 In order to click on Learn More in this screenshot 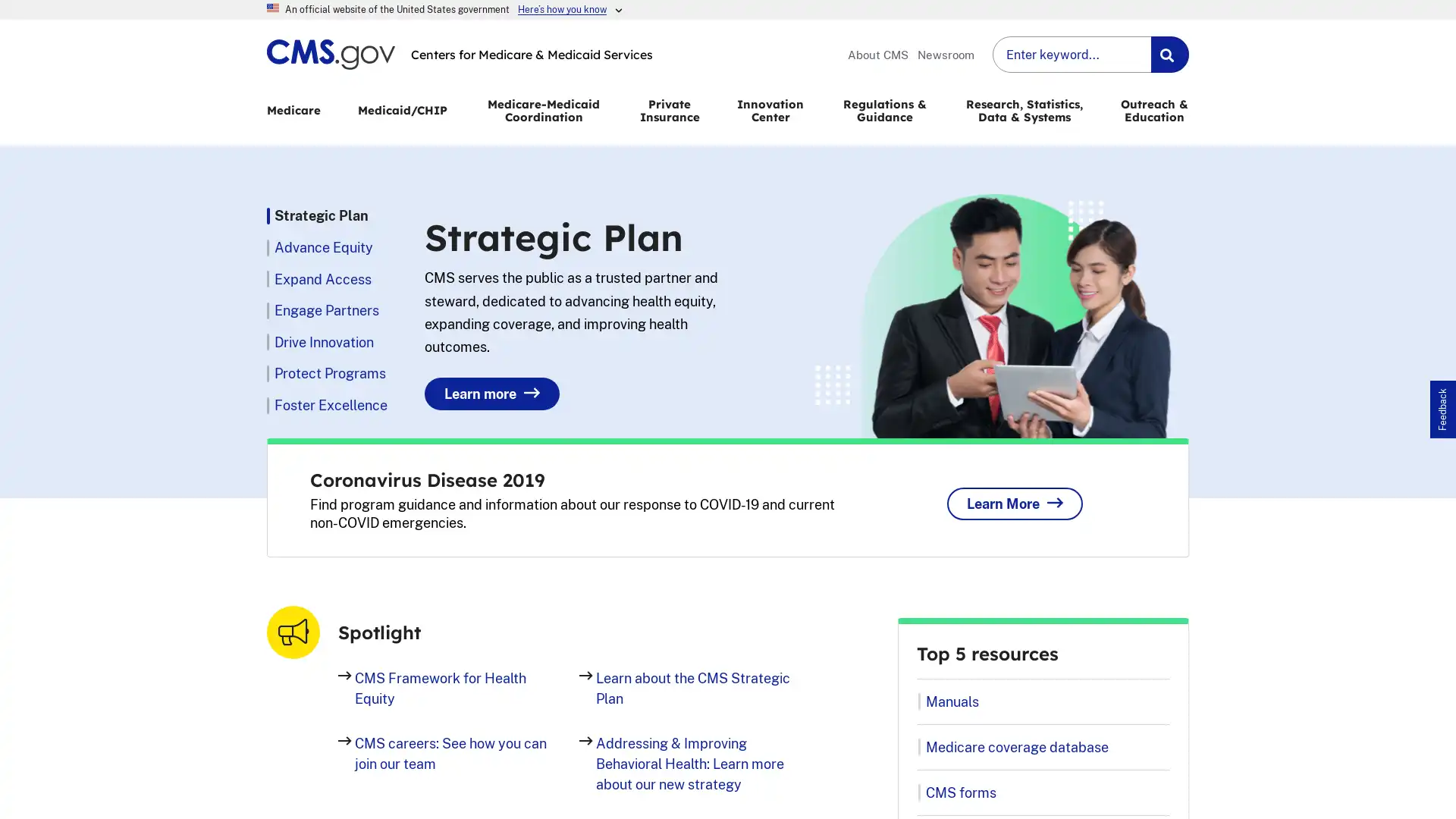, I will do `click(1014, 503)`.